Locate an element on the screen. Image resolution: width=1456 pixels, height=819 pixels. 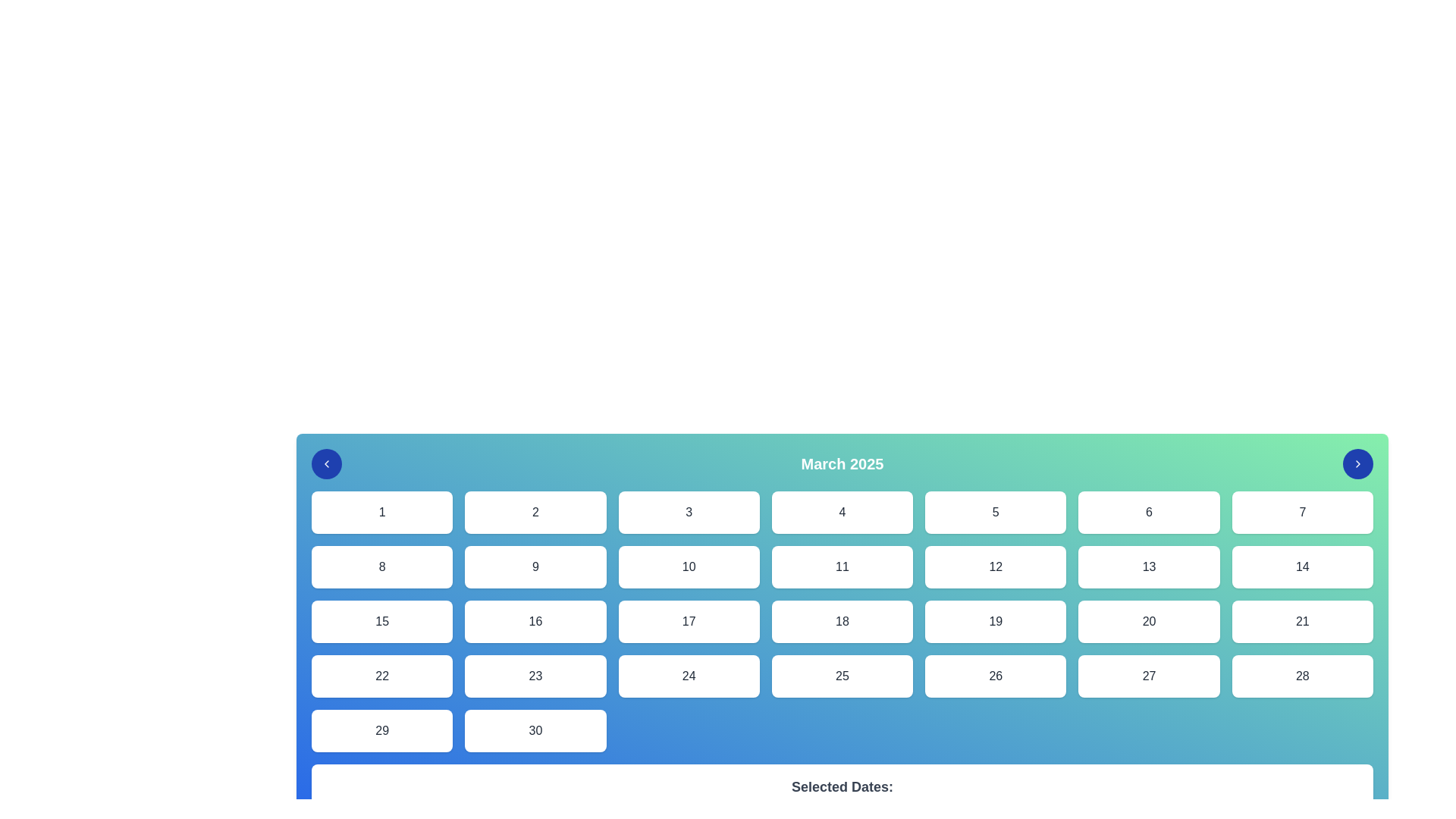
the selectable box containing the number '6' in dark gray text is located at coordinates (1149, 512).